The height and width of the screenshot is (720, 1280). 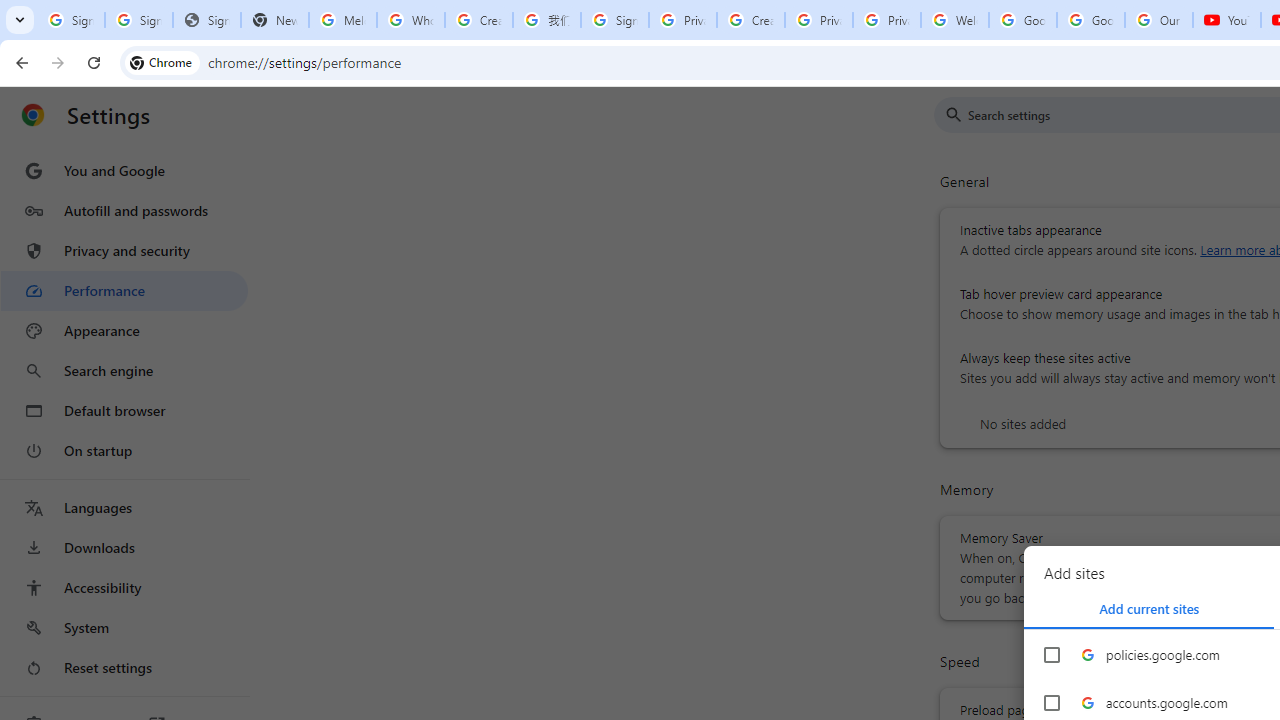 I want to click on 'YouTube', so click(x=1225, y=20).